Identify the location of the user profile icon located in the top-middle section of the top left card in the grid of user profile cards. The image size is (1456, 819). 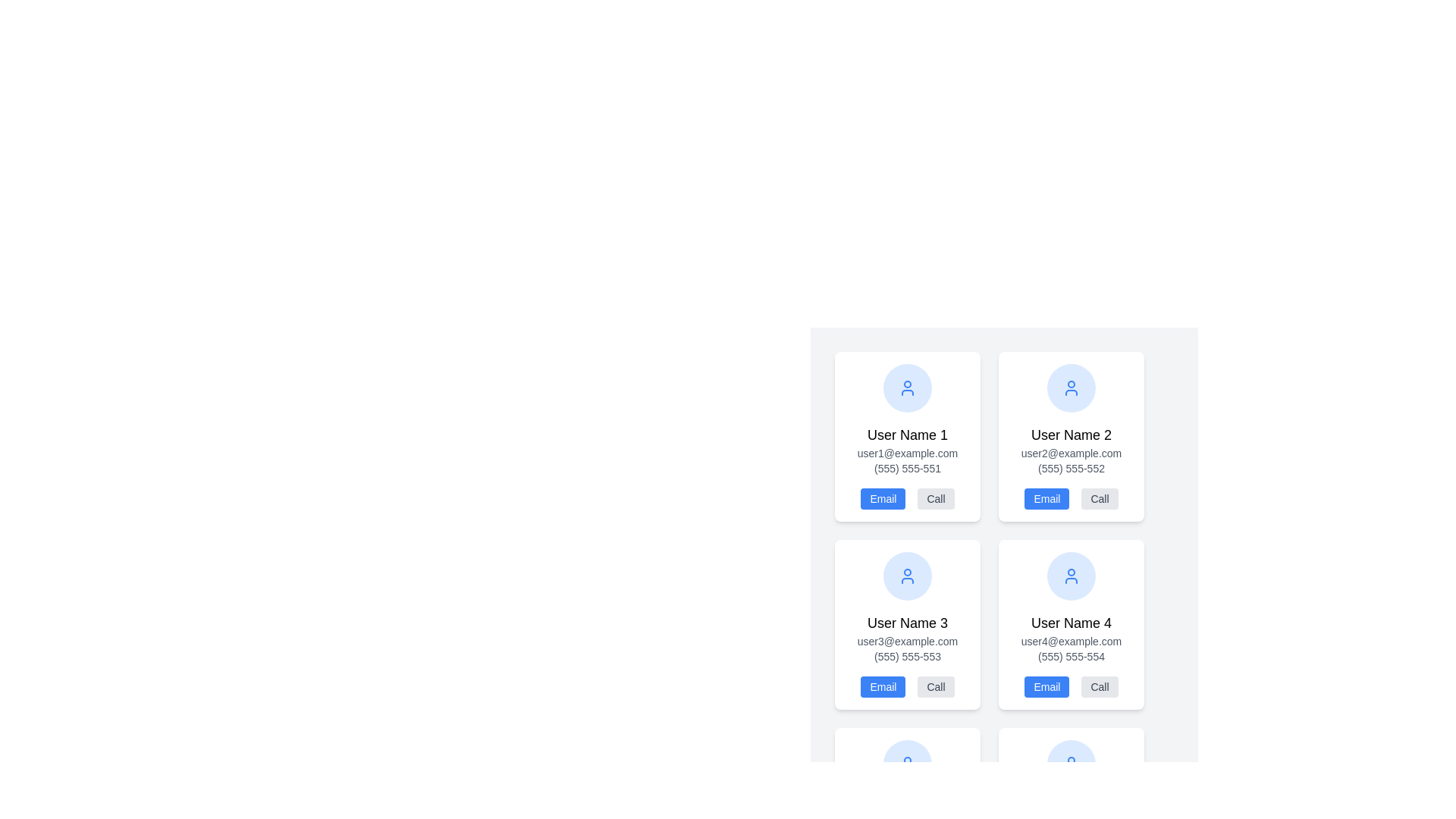
(907, 388).